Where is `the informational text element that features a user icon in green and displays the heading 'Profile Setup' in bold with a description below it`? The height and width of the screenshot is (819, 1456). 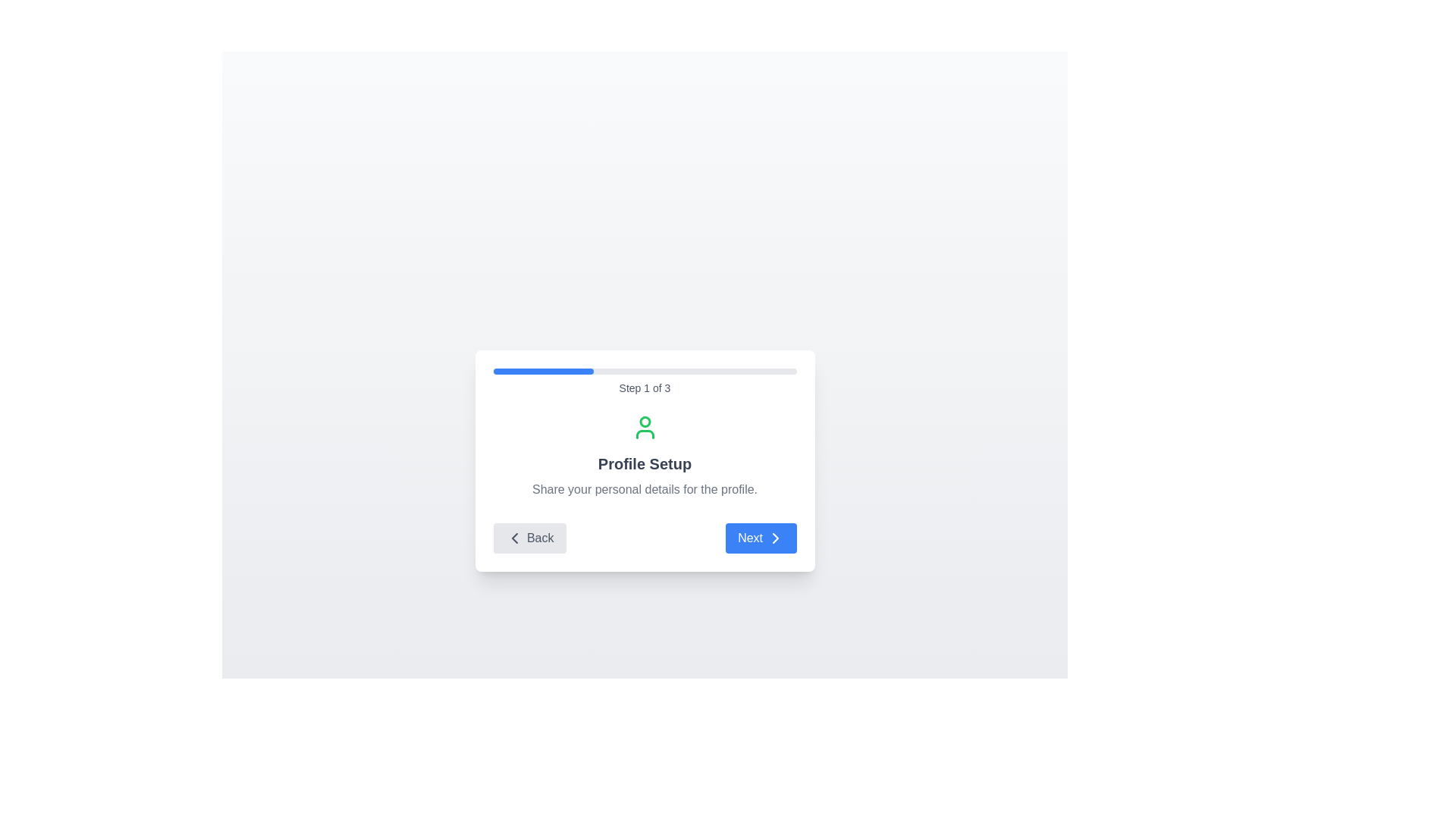
the informational text element that features a user icon in green and displays the heading 'Profile Setup' in bold with a description below it is located at coordinates (645, 455).